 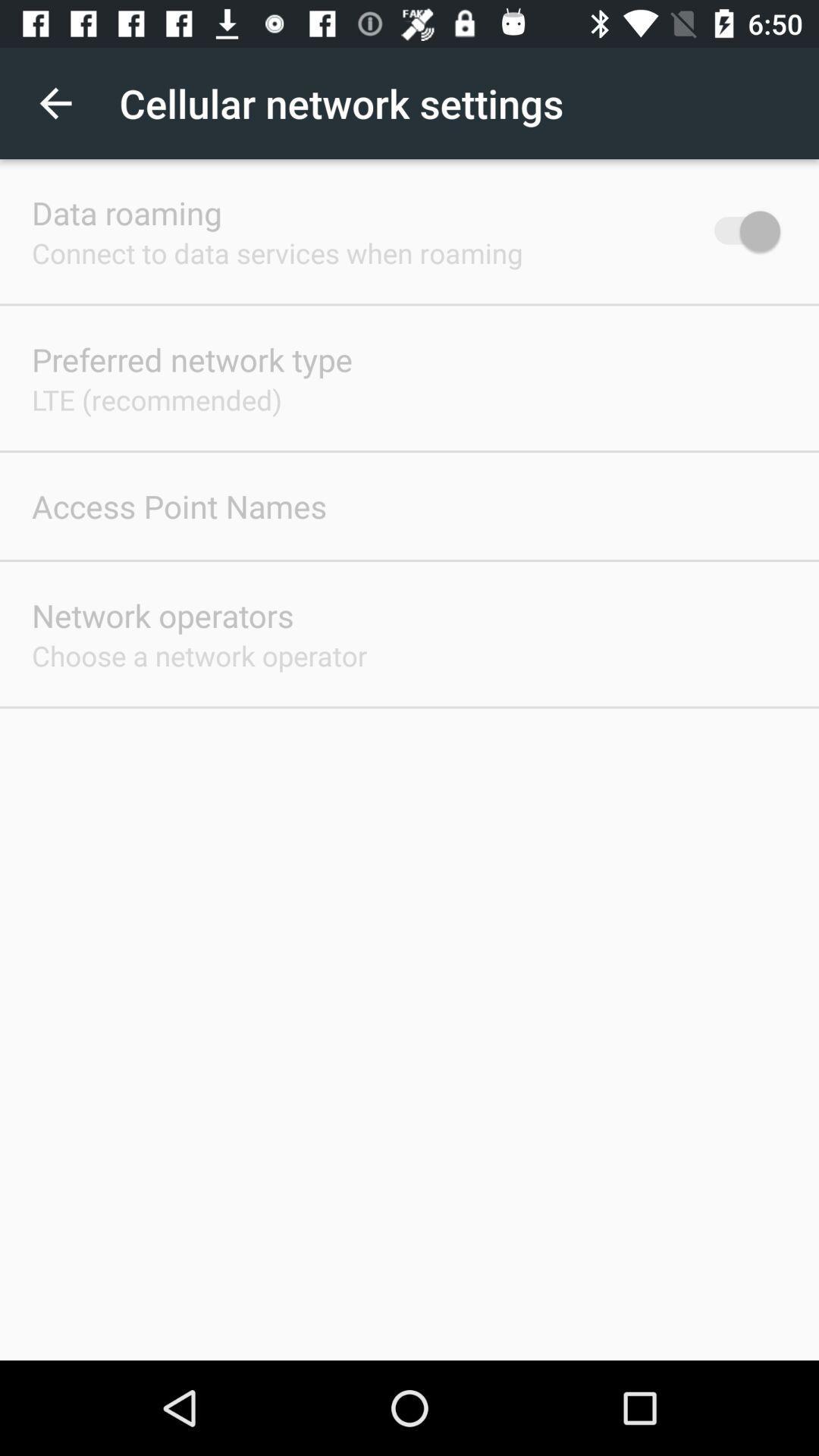 What do you see at coordinates (277, 253) in the screenshot?
I see `connect to data icon` at bounding box center [277, 253].